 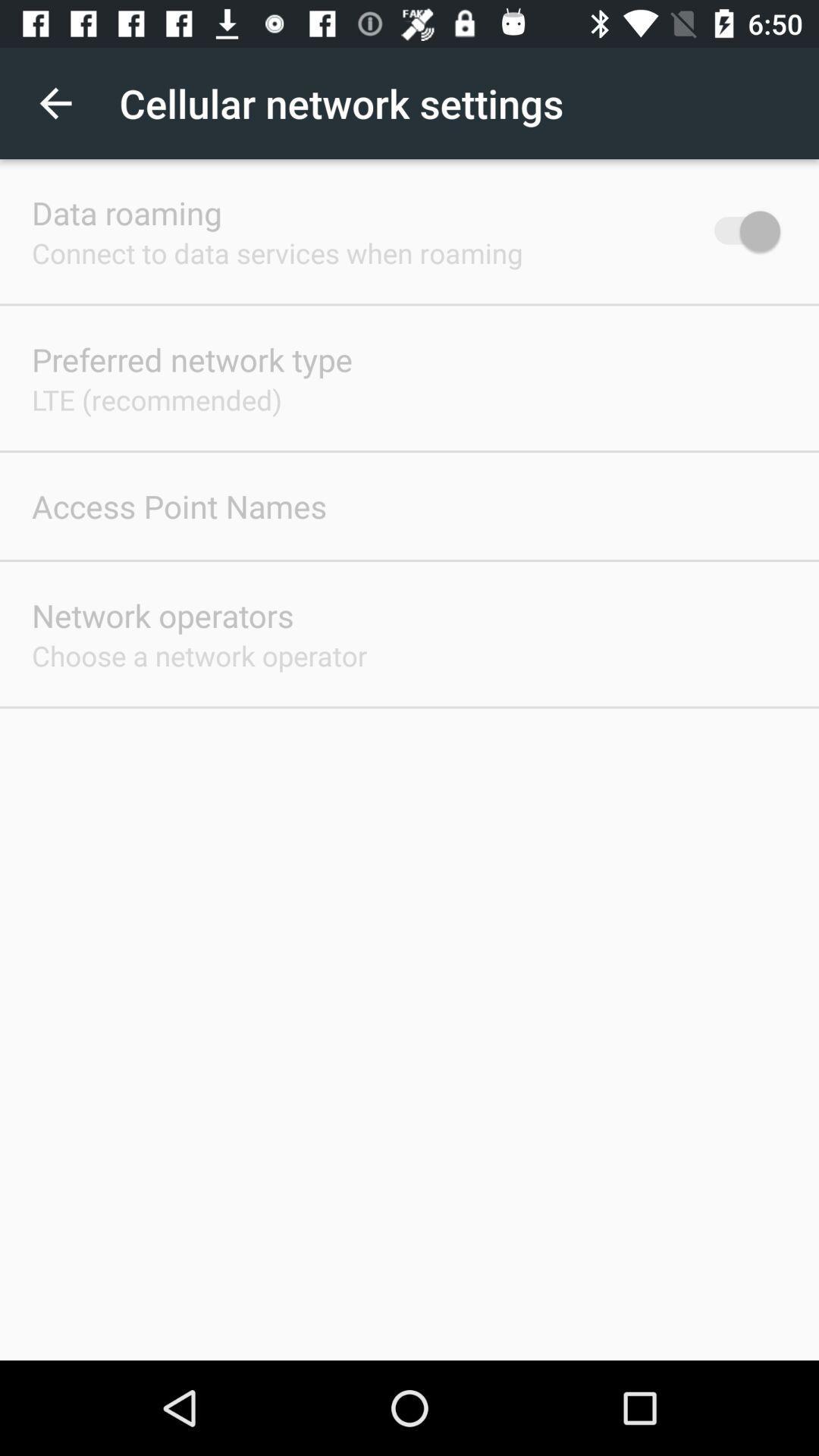 What do you see at coordinates (277, 253) in the screenshot?
I see `connect to data icon` at bounding box center [277, 253].